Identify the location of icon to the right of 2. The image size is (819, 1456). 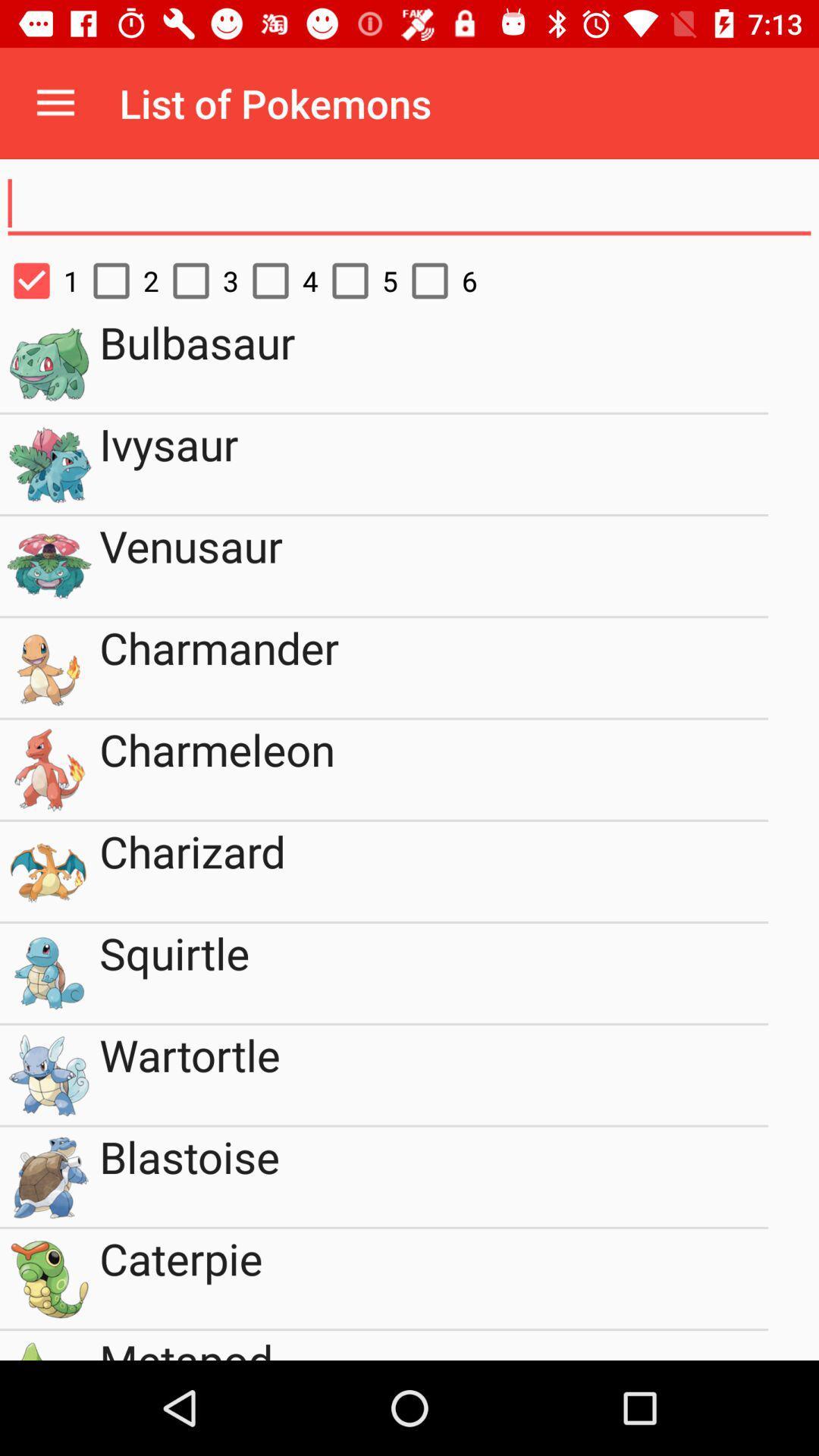
(198, 281).